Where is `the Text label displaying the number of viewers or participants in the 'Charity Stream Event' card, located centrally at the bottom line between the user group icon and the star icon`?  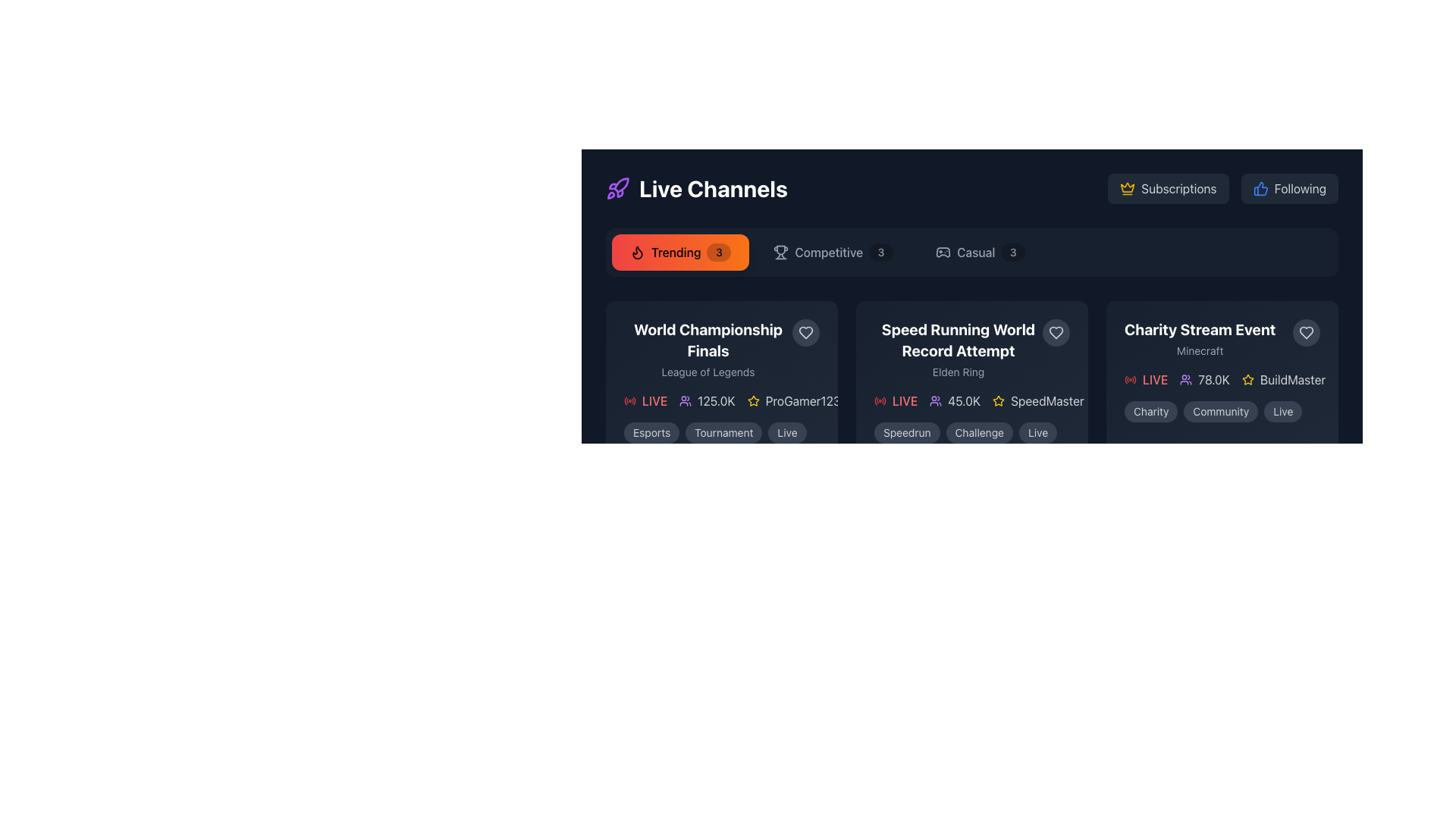
the Text label displaying the number of viewers or participants in the 'Charity Stream Event' card, located centrally at the bottom line between the user group icon and the star icon is located at coordinates (1214, 379).